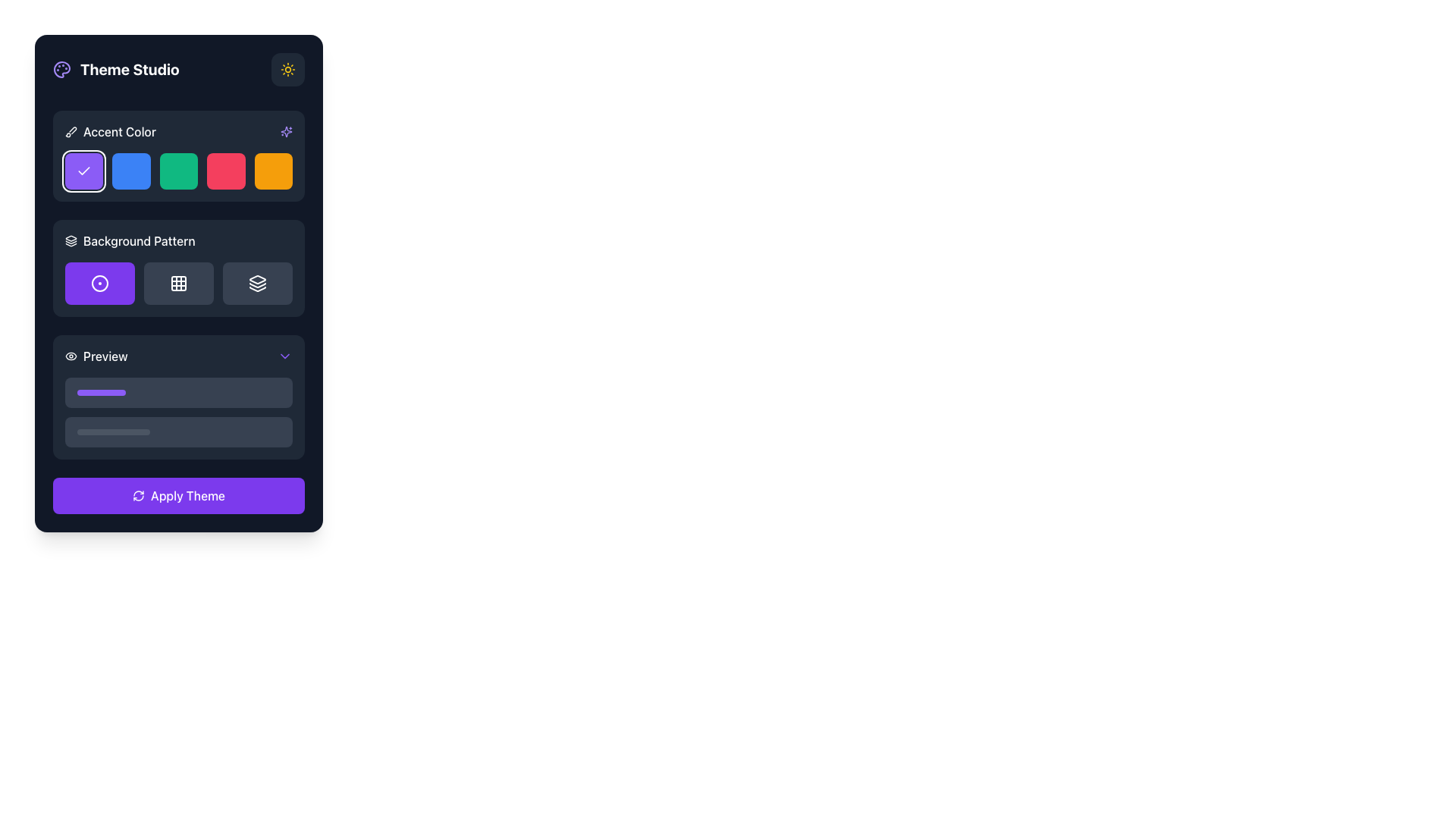  Describe the element at coordinates (71, 356) in the screenshot. I see `the 'view' icon located in the 'Preview' section, which is positioned to the left of the 'Preview' text` at that location.